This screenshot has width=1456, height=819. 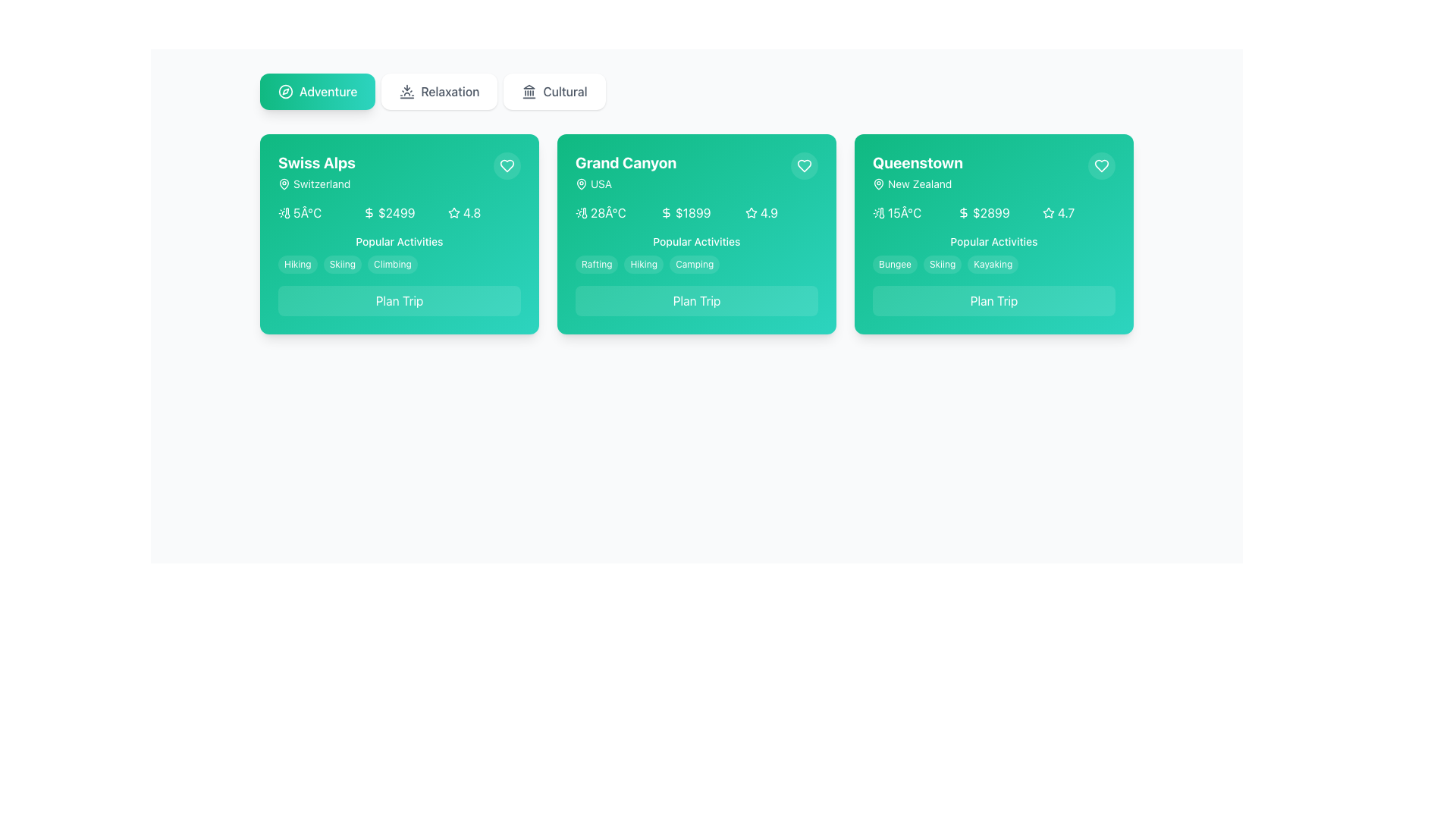 What do you see at coordinates (1047, 213) in the screenshot?
I see `the star icon located next to the text '4.7' in the third green card about 'Queenstown' to interact with the rating UI` at bounding box center [1047, 213].